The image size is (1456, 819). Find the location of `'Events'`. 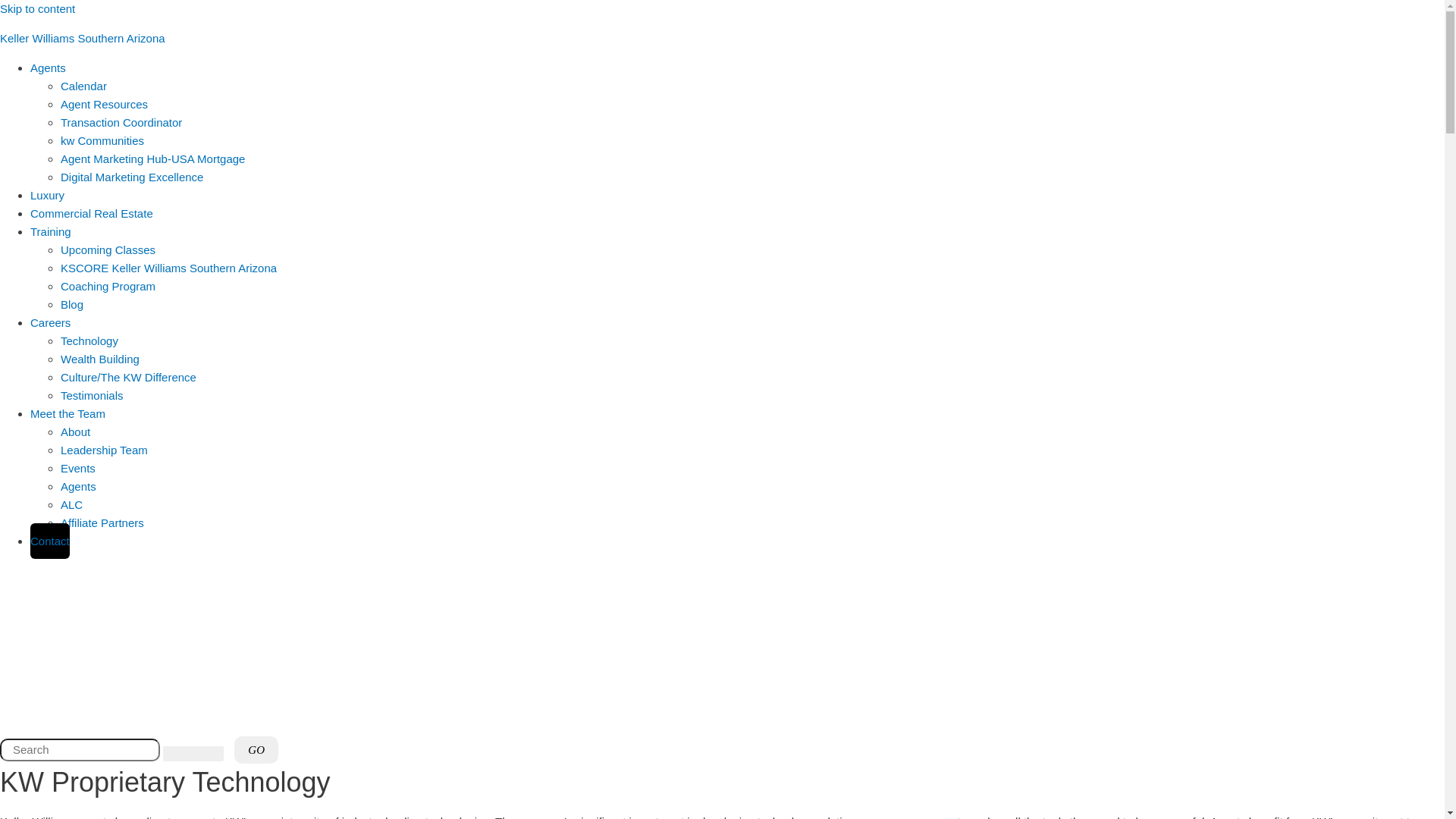

'Events' is located at coordinates (77, 467).